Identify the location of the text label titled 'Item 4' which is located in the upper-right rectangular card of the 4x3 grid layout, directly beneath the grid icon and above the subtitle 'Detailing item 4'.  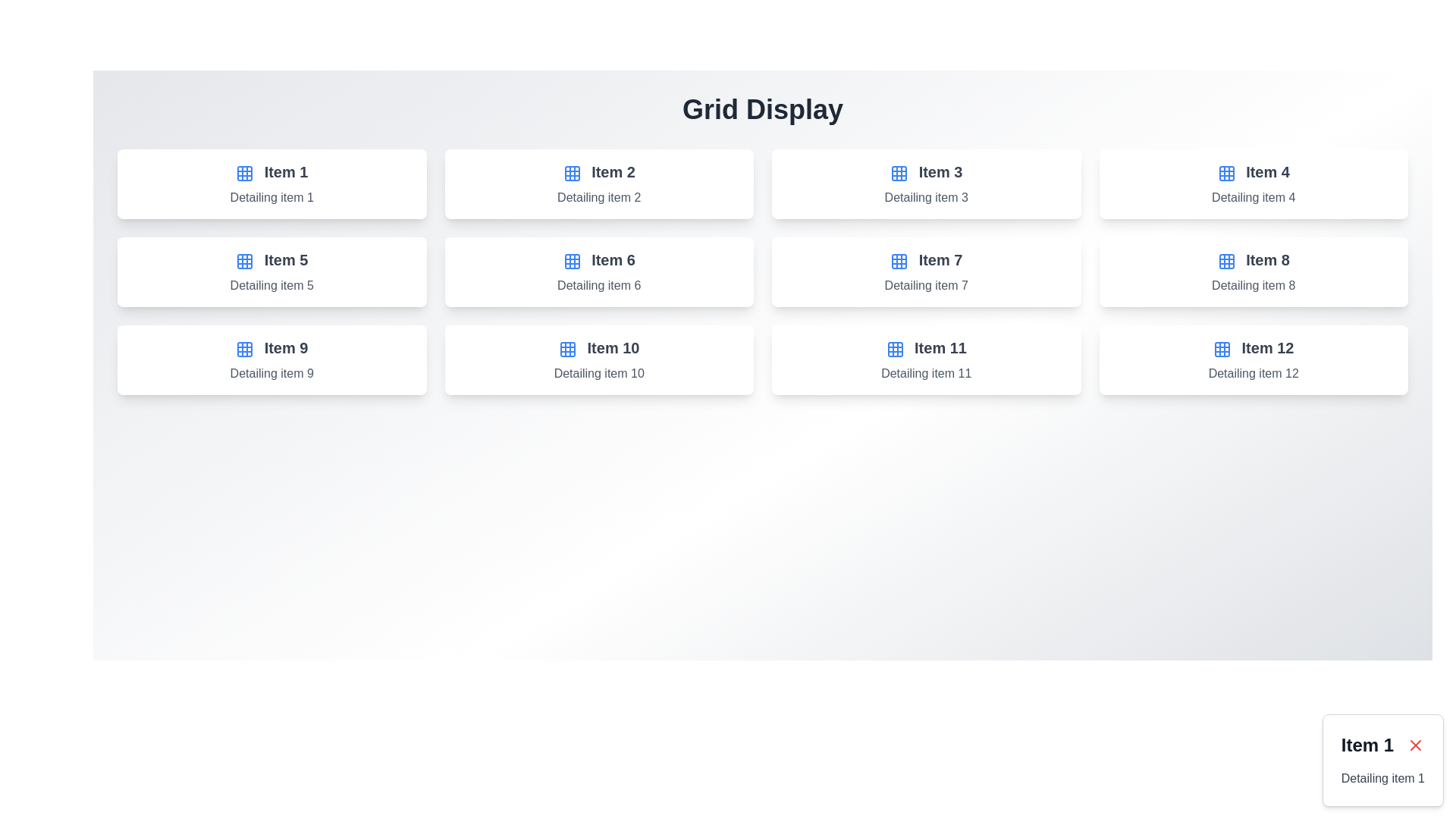
(1254, 171).